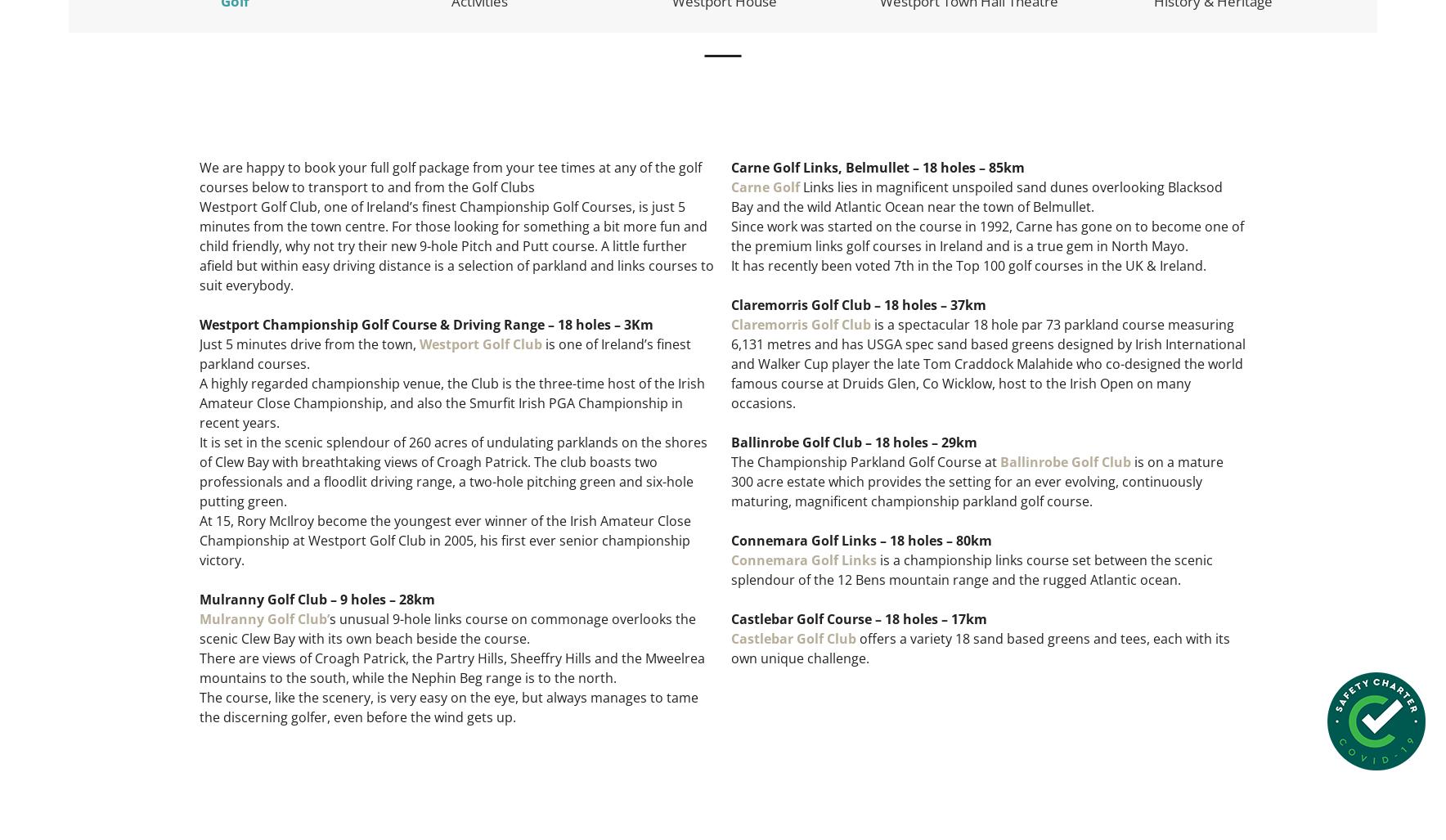 This screenshot has height=840, width=1446. I want to click on 'Ballinrobe Golf Club – 18 holes – 29km', so click(853, 442).